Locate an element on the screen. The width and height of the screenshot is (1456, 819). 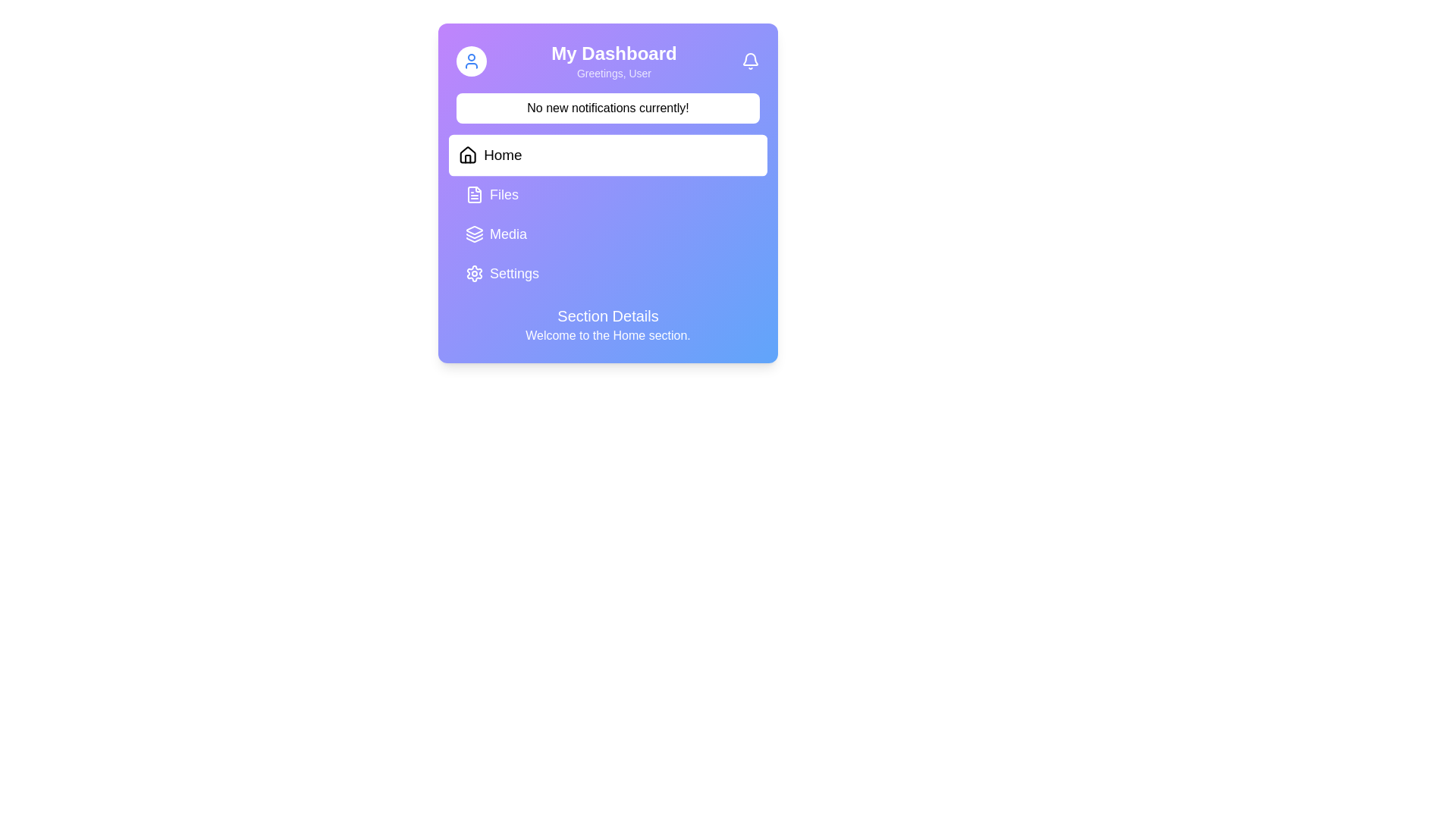
the greeting message static text label located below the 'My Dashboard' title in the header section is located at coordinates (614, 73).